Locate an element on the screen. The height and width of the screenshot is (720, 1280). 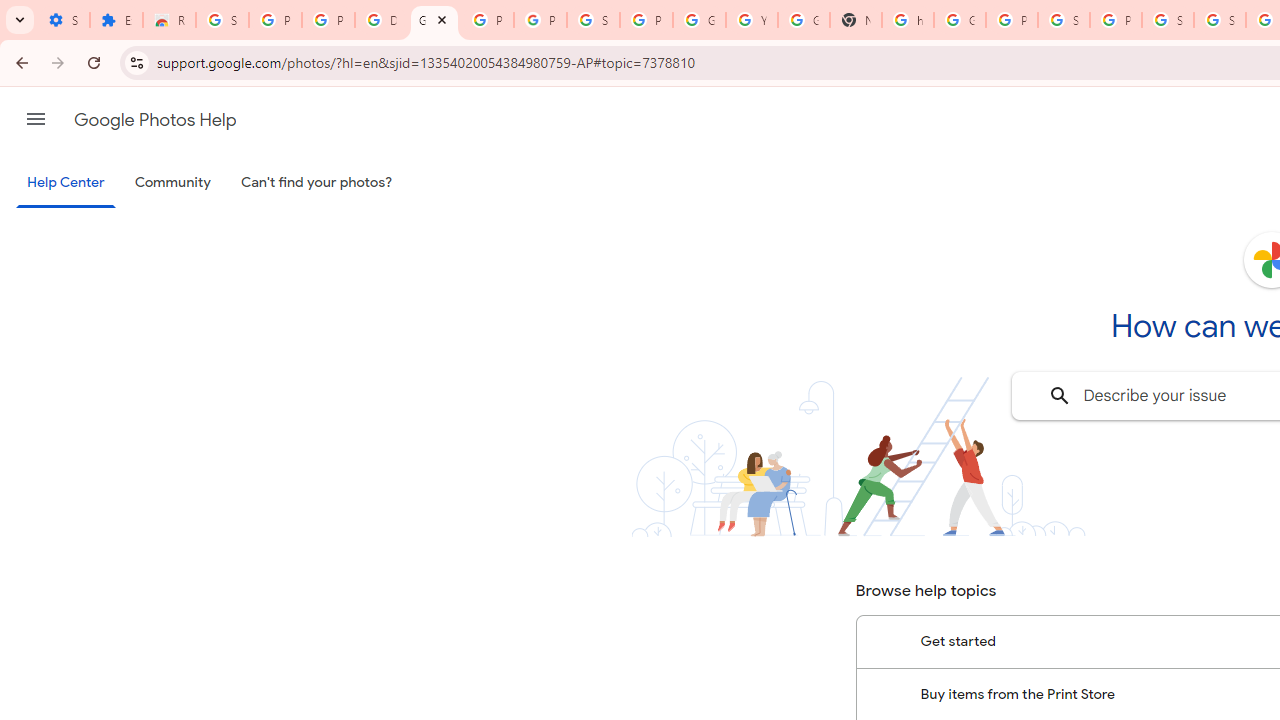
'Extensions' is located at coordinates (115, 20).